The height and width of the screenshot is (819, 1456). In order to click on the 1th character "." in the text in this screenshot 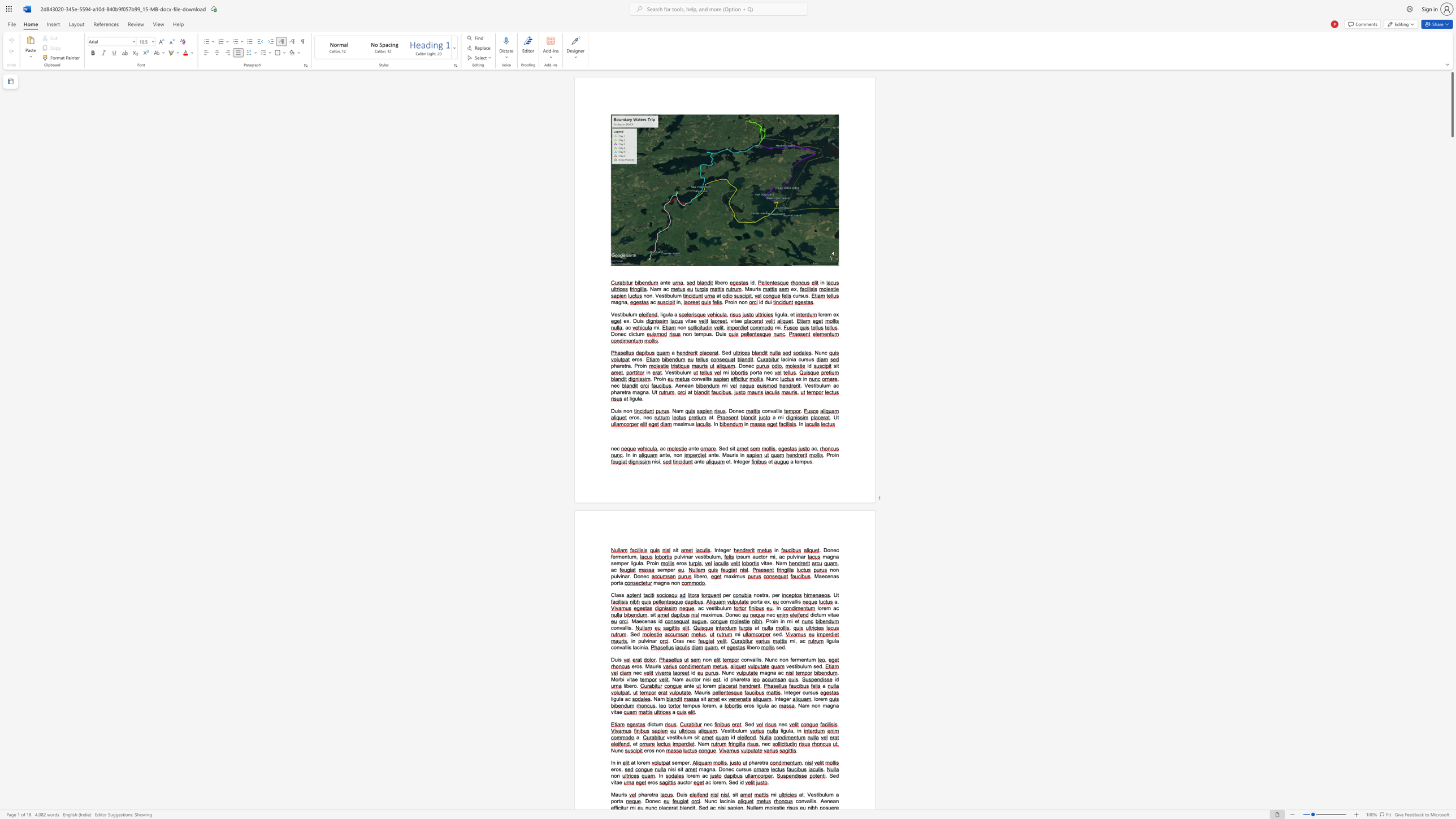, I will do `click(632, 627)`.